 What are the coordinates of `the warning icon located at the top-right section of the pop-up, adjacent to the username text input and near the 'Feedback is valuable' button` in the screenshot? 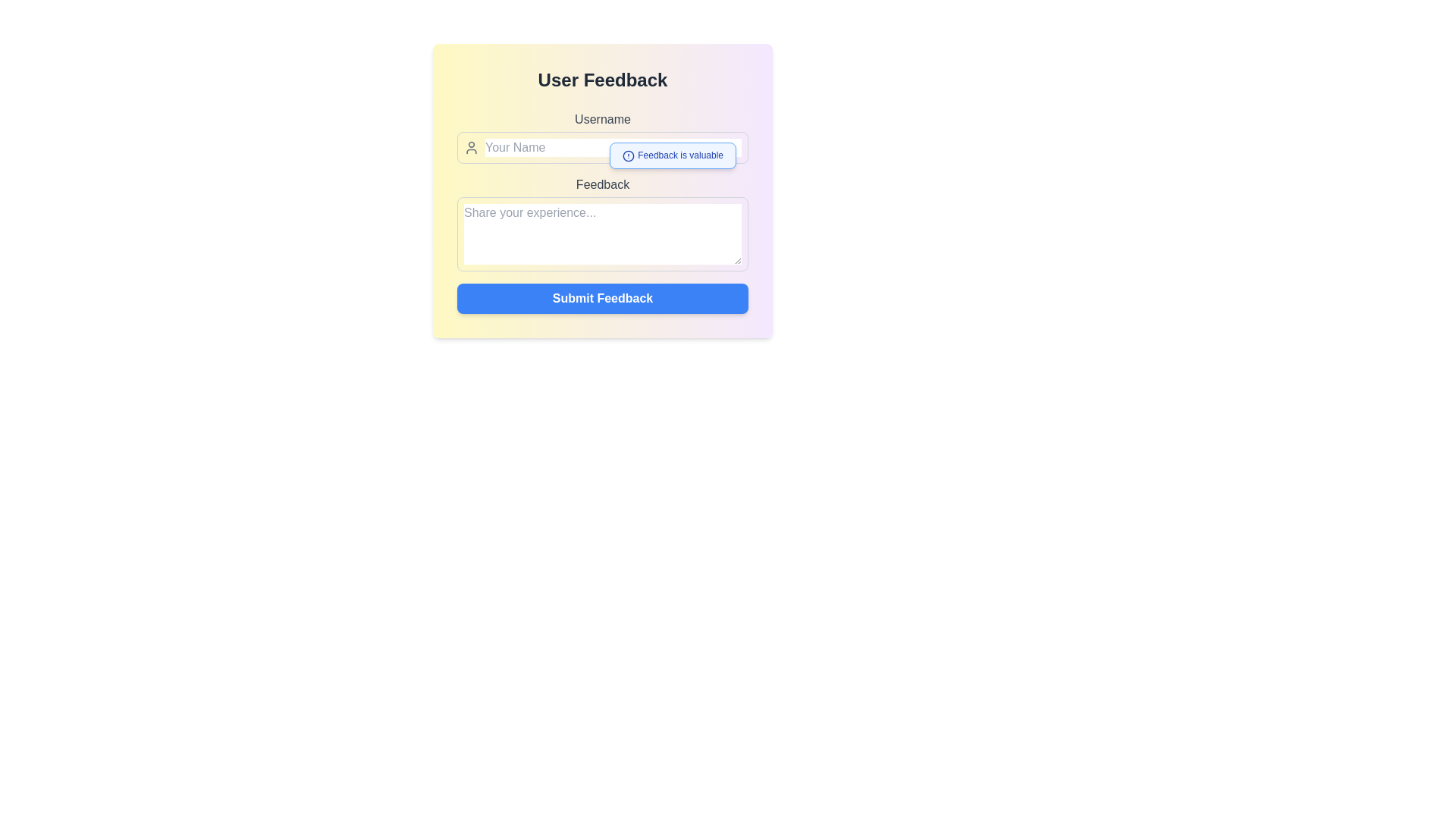 It's located at (629, 155).